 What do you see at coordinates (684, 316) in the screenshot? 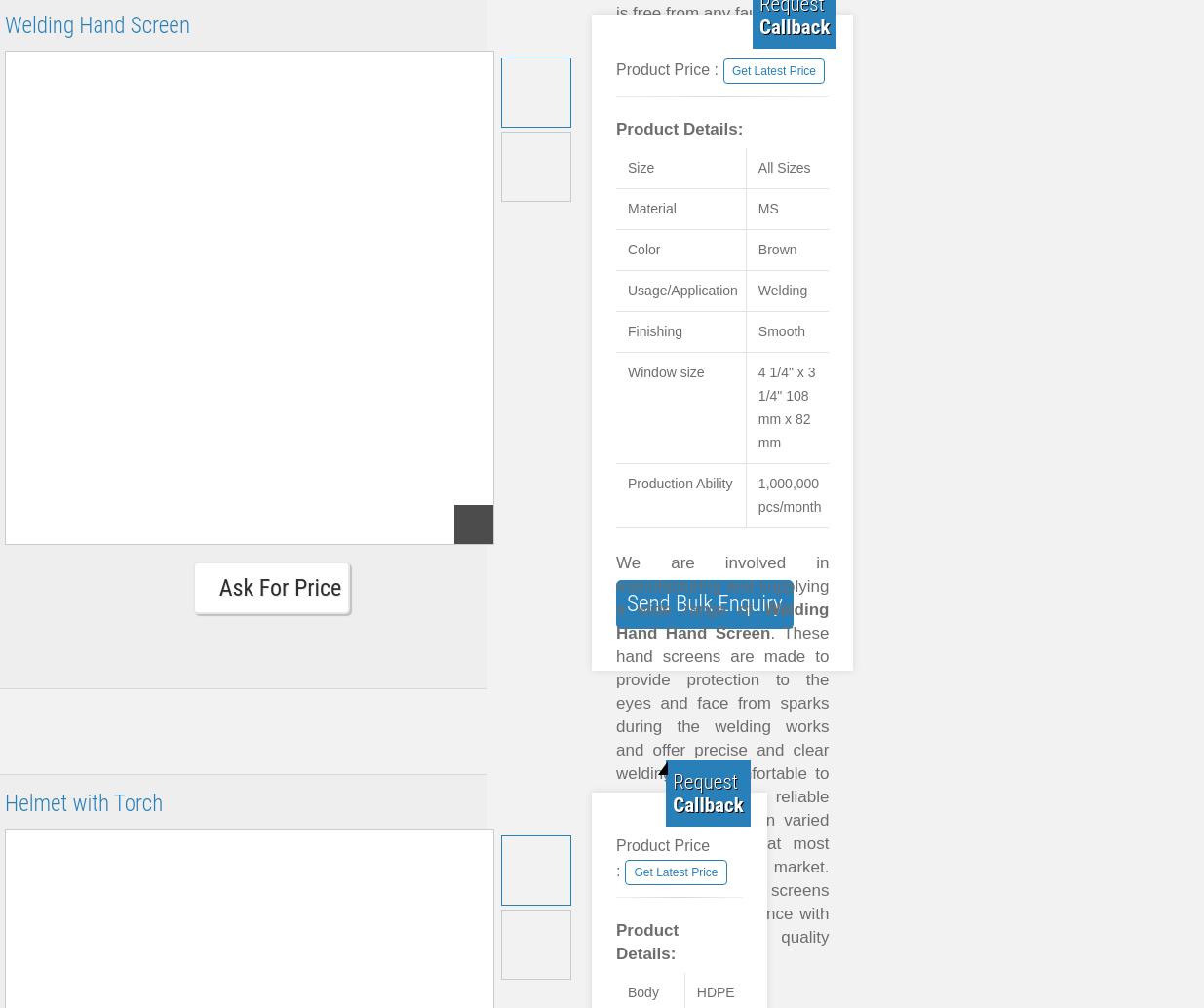
I see `'Technology'` at bounding box center [684, 316].